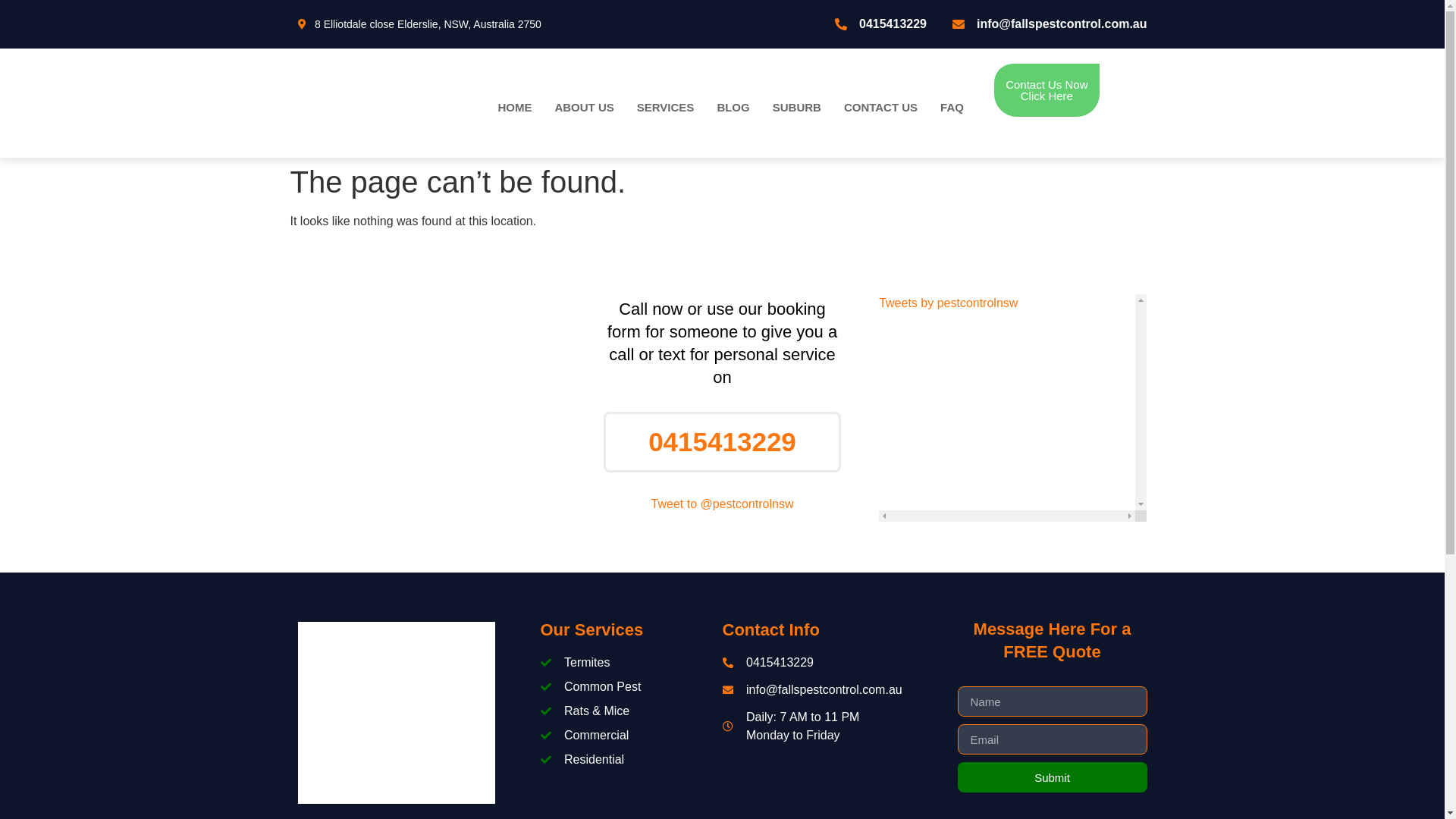 The height and width of the screenshot is (819, 1456). Describe the element at coordinates (514, 106) in the screenshot. I see `'HOME'` at that location.